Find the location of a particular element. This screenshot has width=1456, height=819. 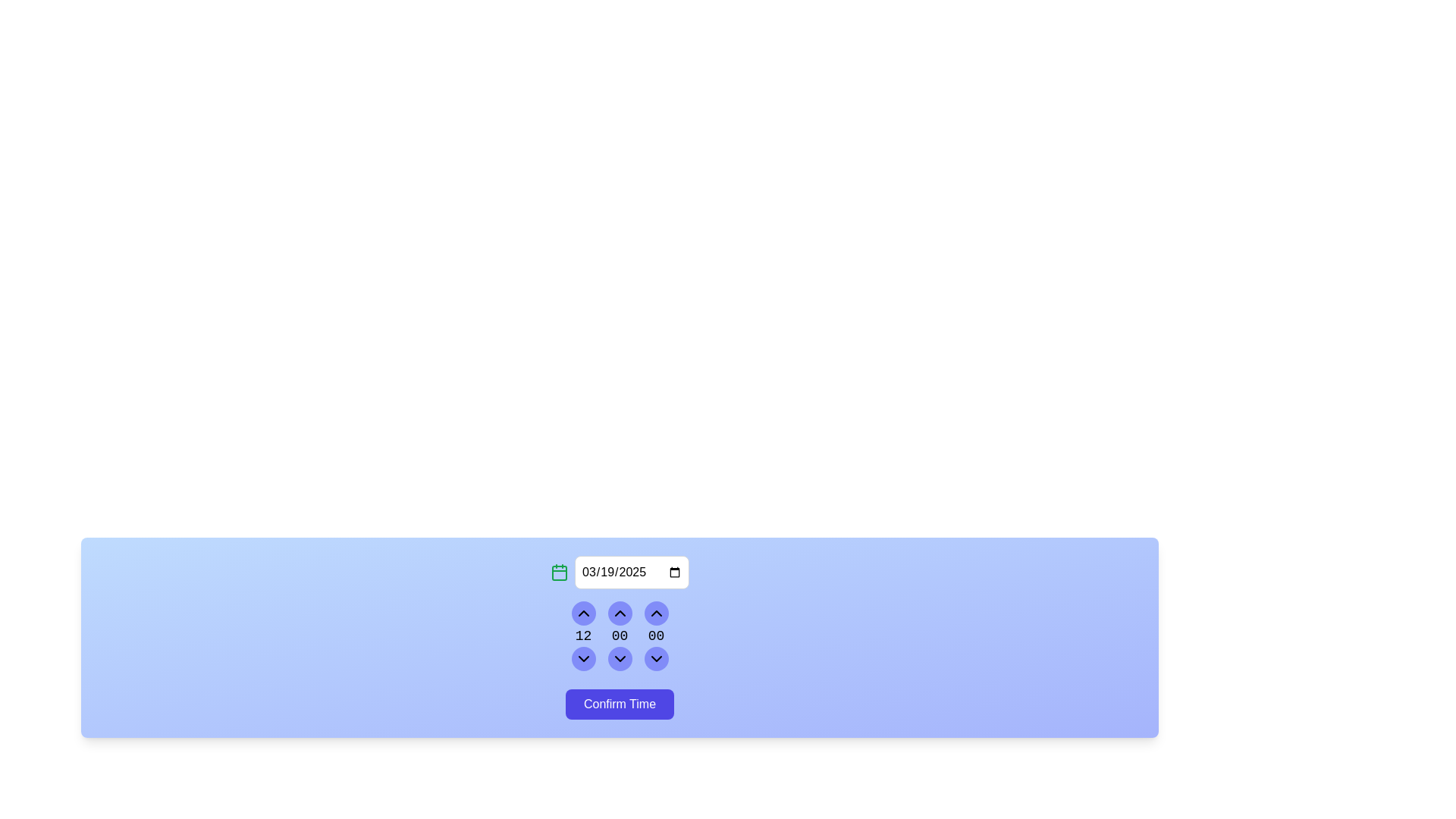

the rounded rectangle icon inside the calendar icon located on the left side of the date input field labeled '03/19/2025' is located at coordinates (559, 573).